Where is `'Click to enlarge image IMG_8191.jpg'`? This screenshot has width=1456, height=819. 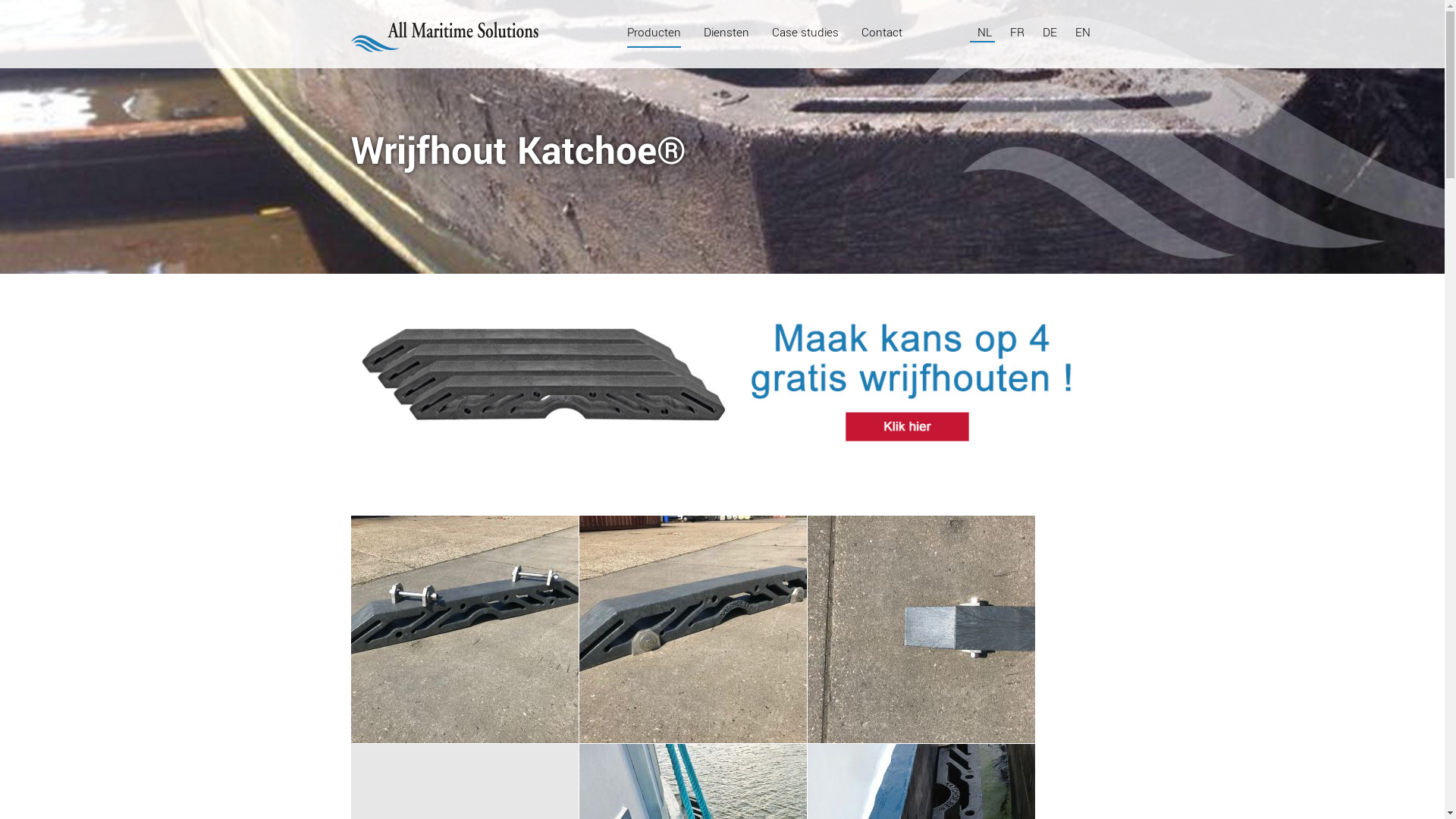 'Click to enlarge image IMG_8191.jpg' is located at coordinates (463, 629).